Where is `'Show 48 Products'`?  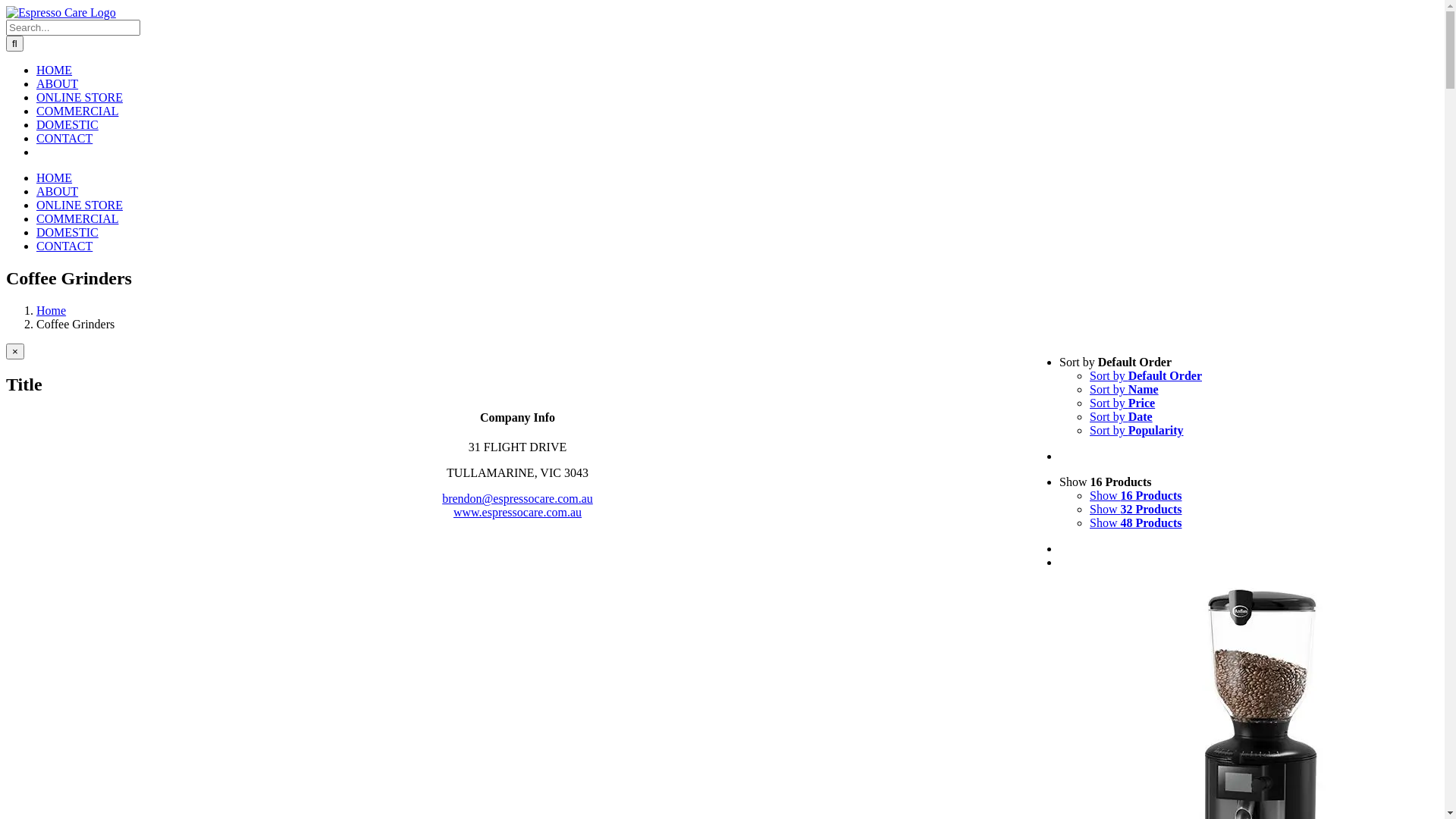 'Show 48 Products' is located at coordinates (1135, 522).